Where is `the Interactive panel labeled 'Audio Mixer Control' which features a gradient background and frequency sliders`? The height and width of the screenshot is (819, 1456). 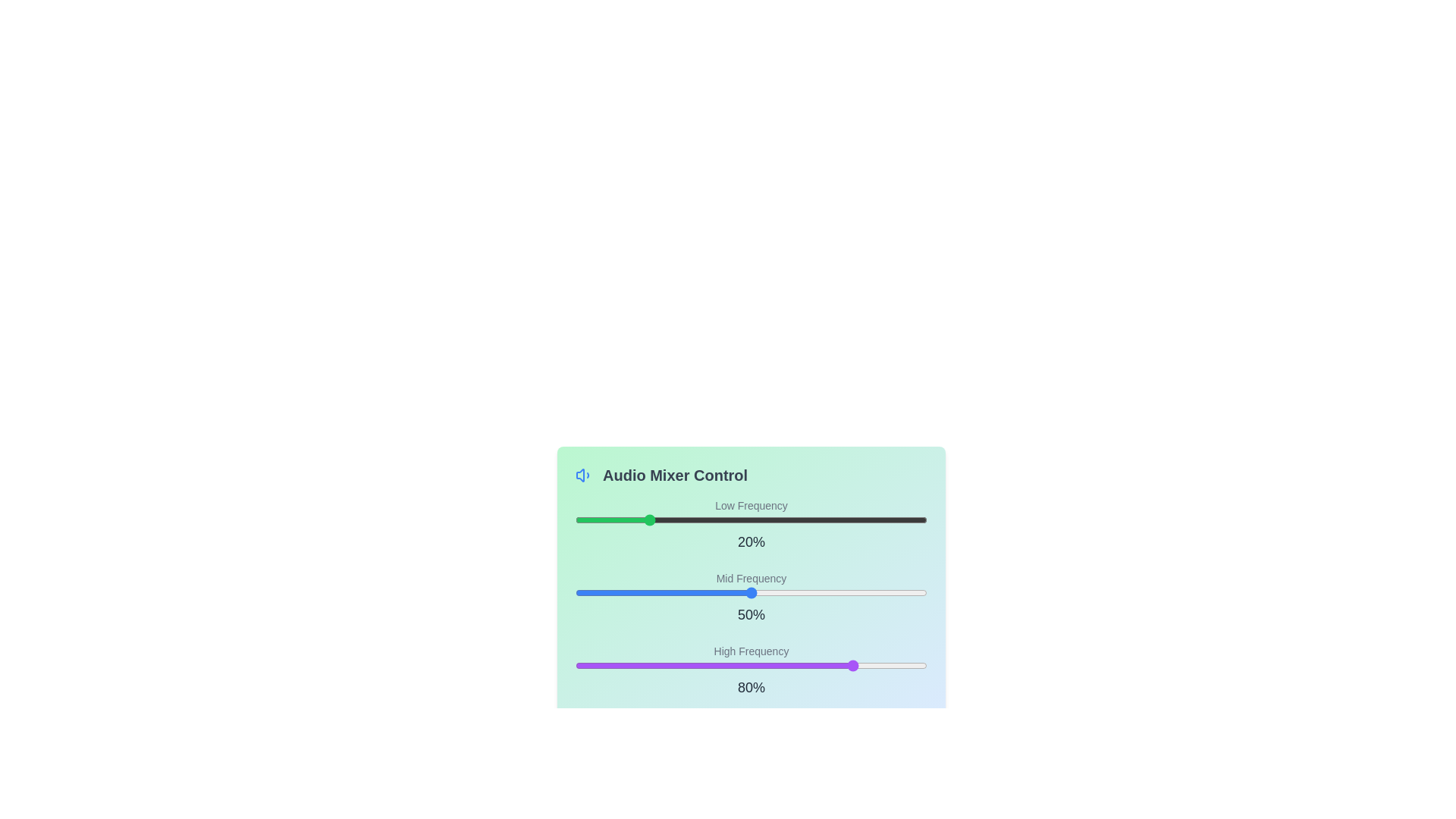 the Interactive panel labeled 'Audio Mixer Control' which features a gradient background and frequency sliders is located at coordinates (751, 581).